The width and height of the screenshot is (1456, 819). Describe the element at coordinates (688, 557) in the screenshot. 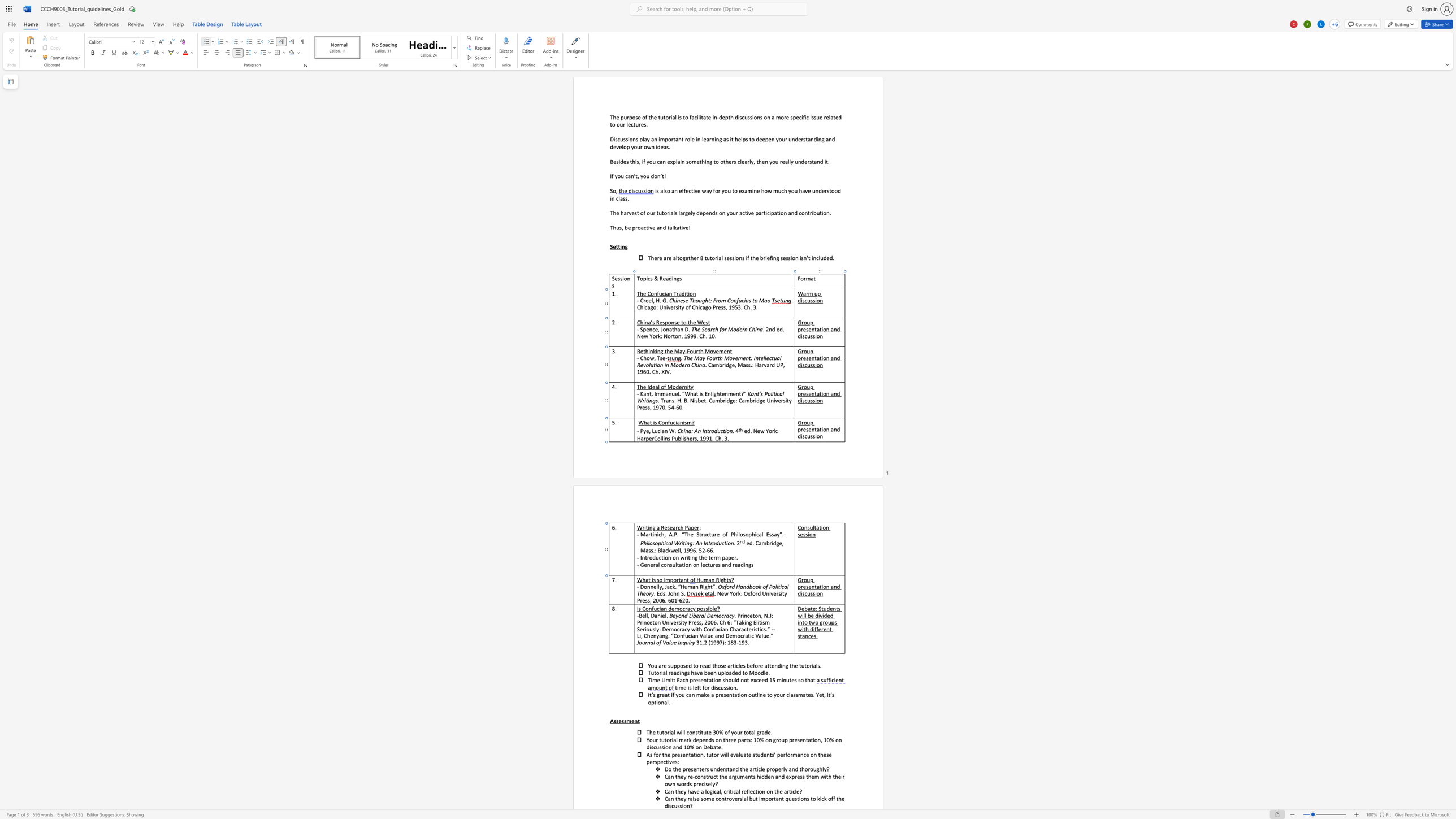

I see `the space between the continuous character "i" and "t" in the text` at that location.